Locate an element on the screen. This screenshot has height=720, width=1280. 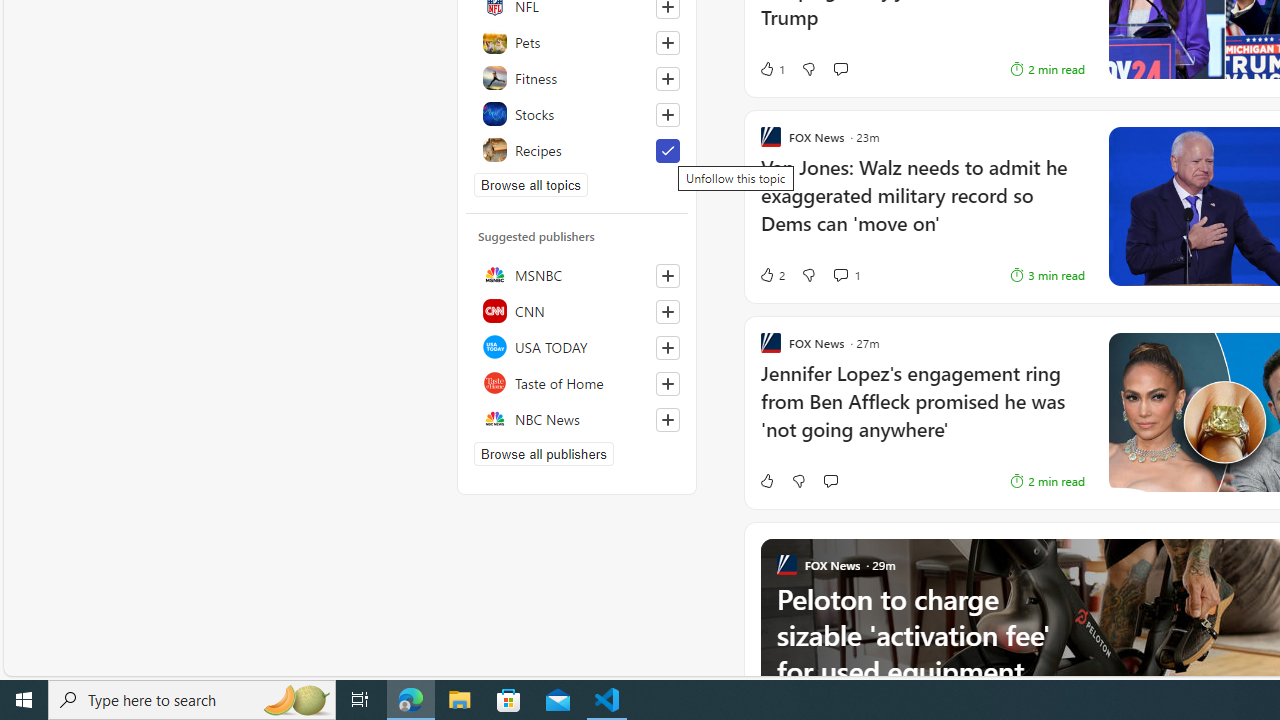
'Follow this source' is located at coordinates (667, 419).